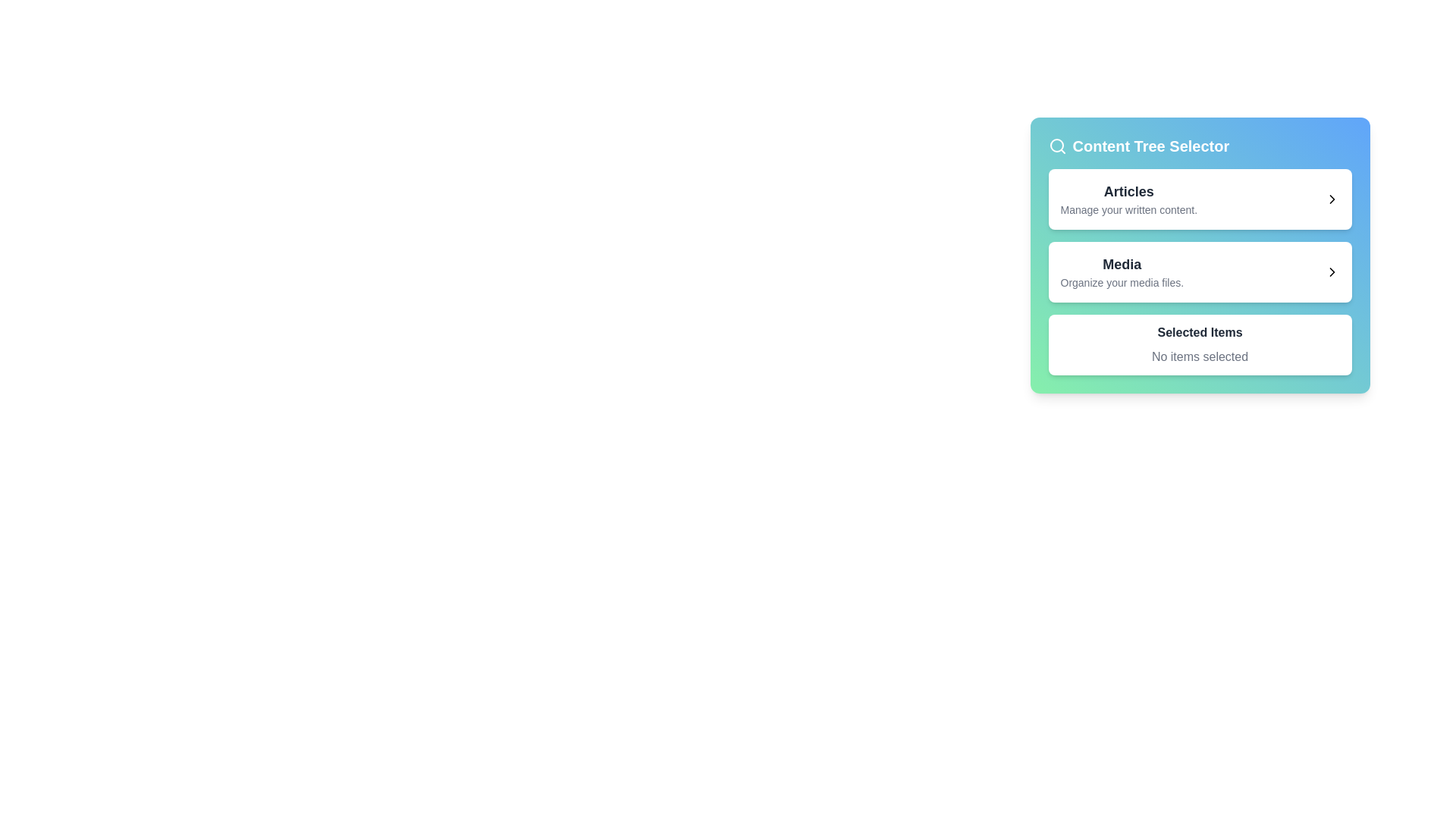 This screenshot has width=1456, height=819. I want to click on the small right chevron icon with a thin black stroke adjacent to the 'Articles' label in the 'Content Tree Selector' interface, so click(1331, 198).